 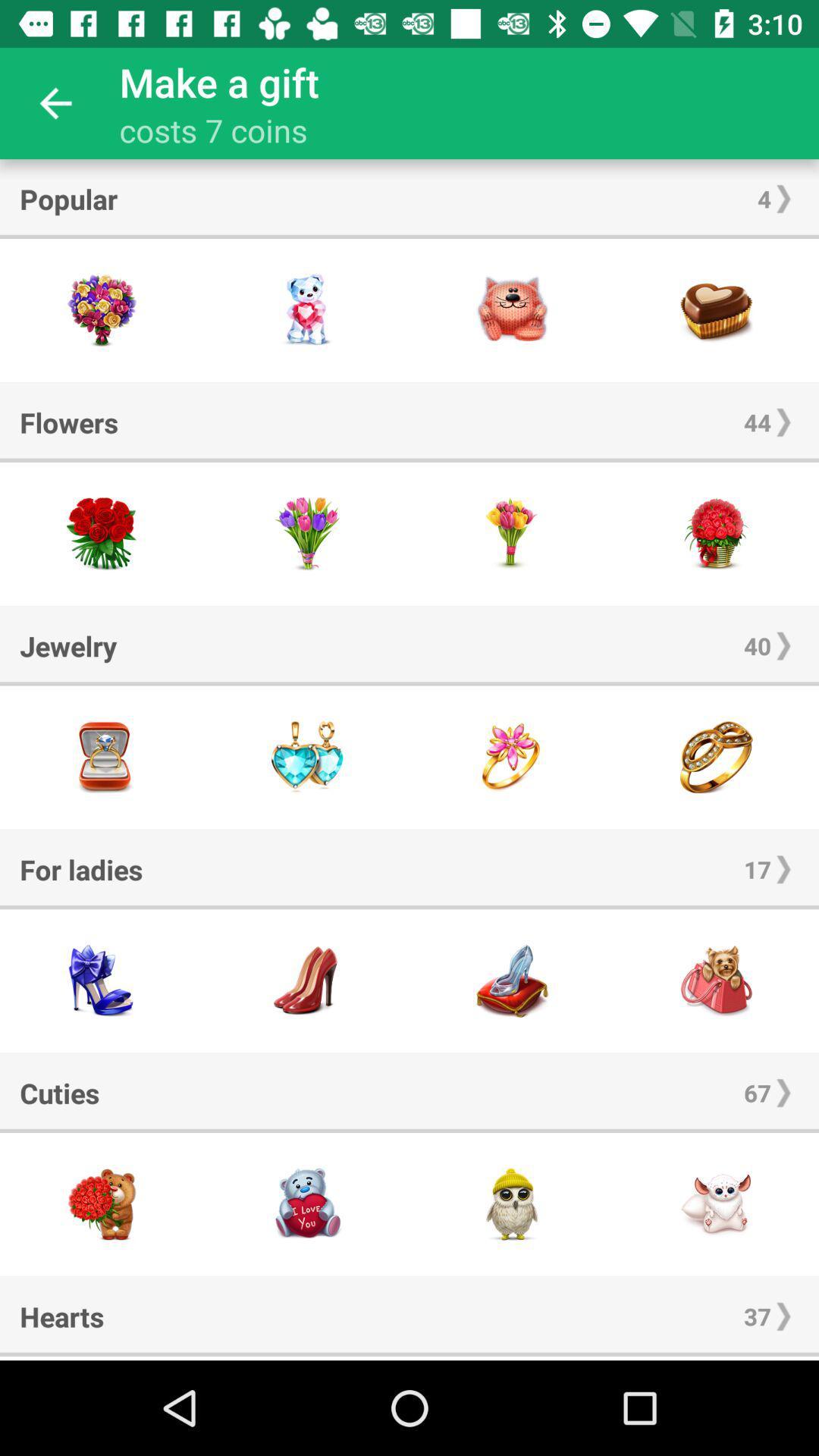 What do you see at coordinates (81, 869) in the screenshot?
I see `the item to the left of 17 item` at bounding box center [81, 869].